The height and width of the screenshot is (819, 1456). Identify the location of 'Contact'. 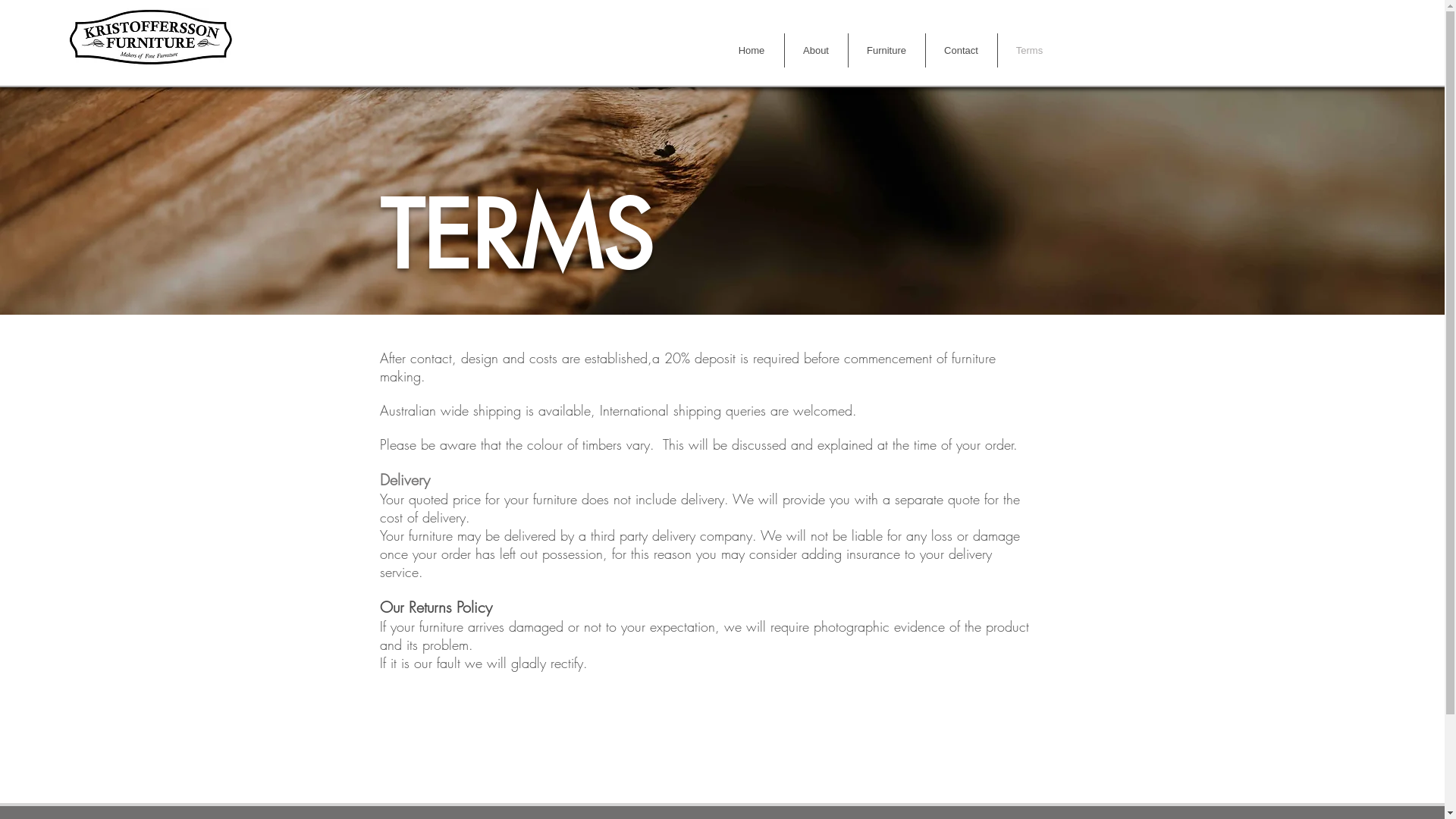
(924, 49).